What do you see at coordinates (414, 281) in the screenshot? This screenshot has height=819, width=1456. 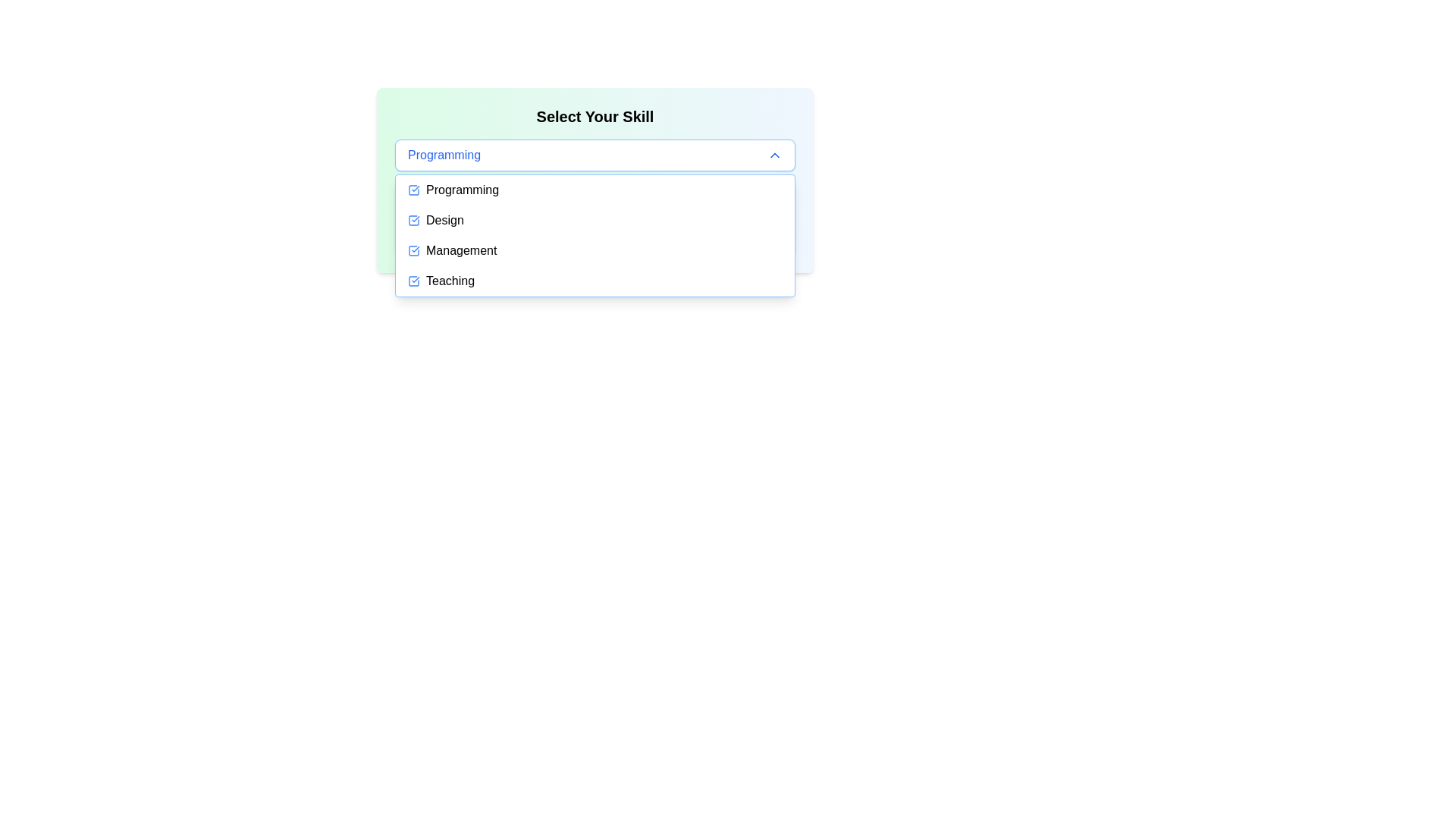 I see `the blue checkmark icon` at bounding box center [414, 281].